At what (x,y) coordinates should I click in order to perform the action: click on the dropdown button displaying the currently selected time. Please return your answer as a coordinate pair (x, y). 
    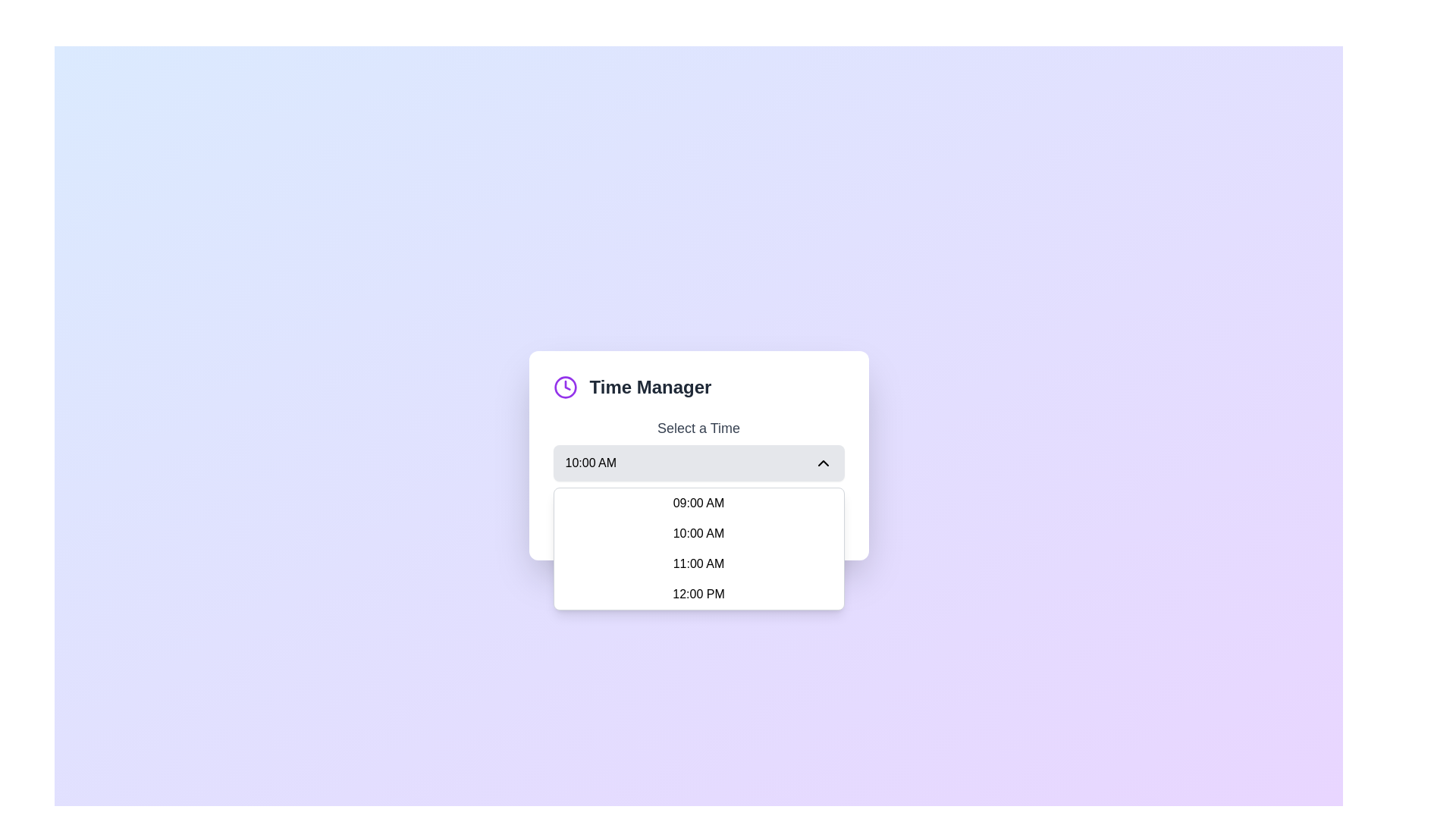
    Looking at the image, I should click on (698, 462).